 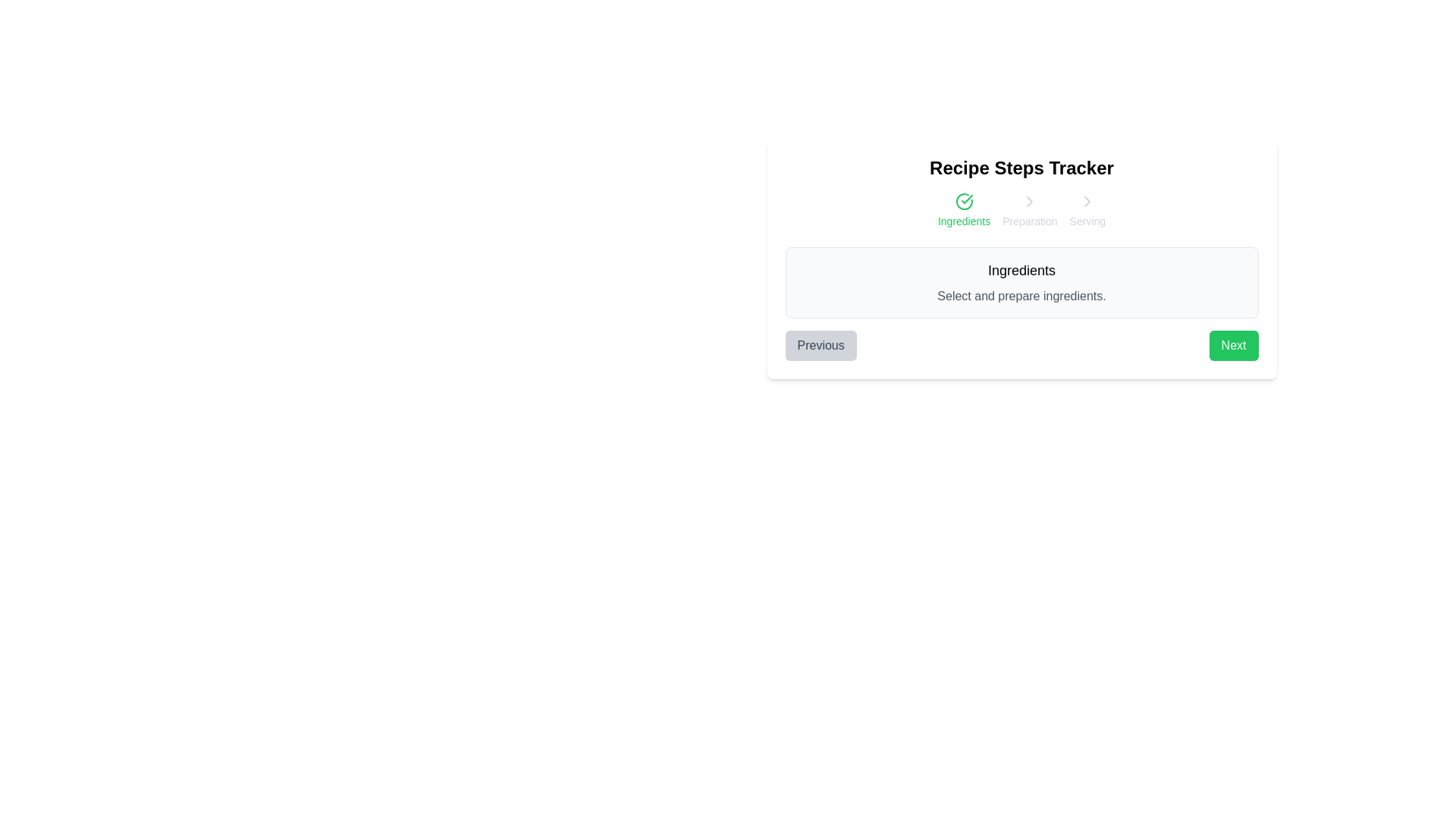 I want to click on text content of the 'Ingredients' label displayed in green font, which is positioned below a checkmark icon in the progress tracker section, so click(x=963, y=221).